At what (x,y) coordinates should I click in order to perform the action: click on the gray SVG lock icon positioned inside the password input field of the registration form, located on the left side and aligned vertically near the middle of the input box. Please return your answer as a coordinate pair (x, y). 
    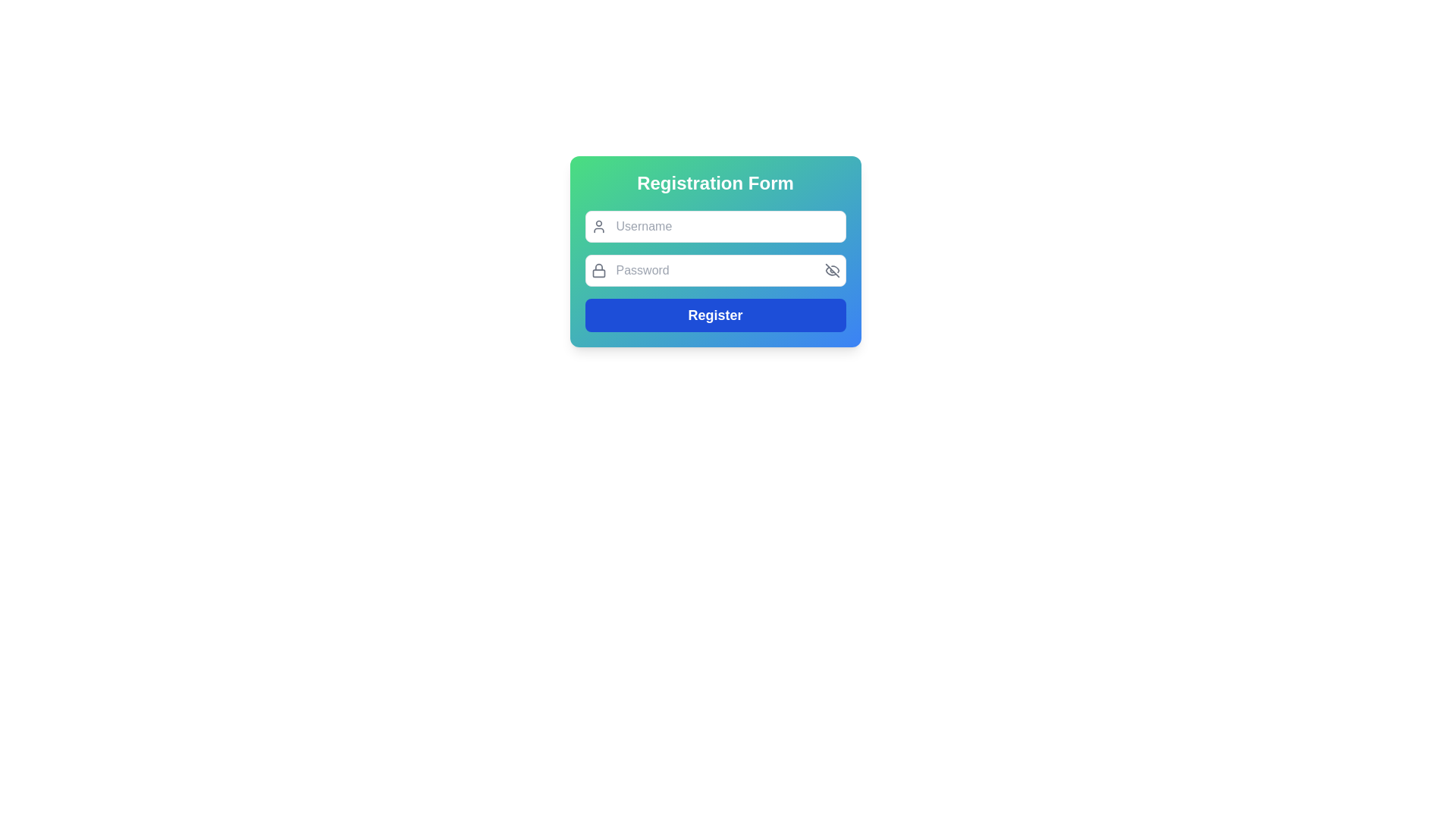
    Looking at the image, I should click on (598, 270).